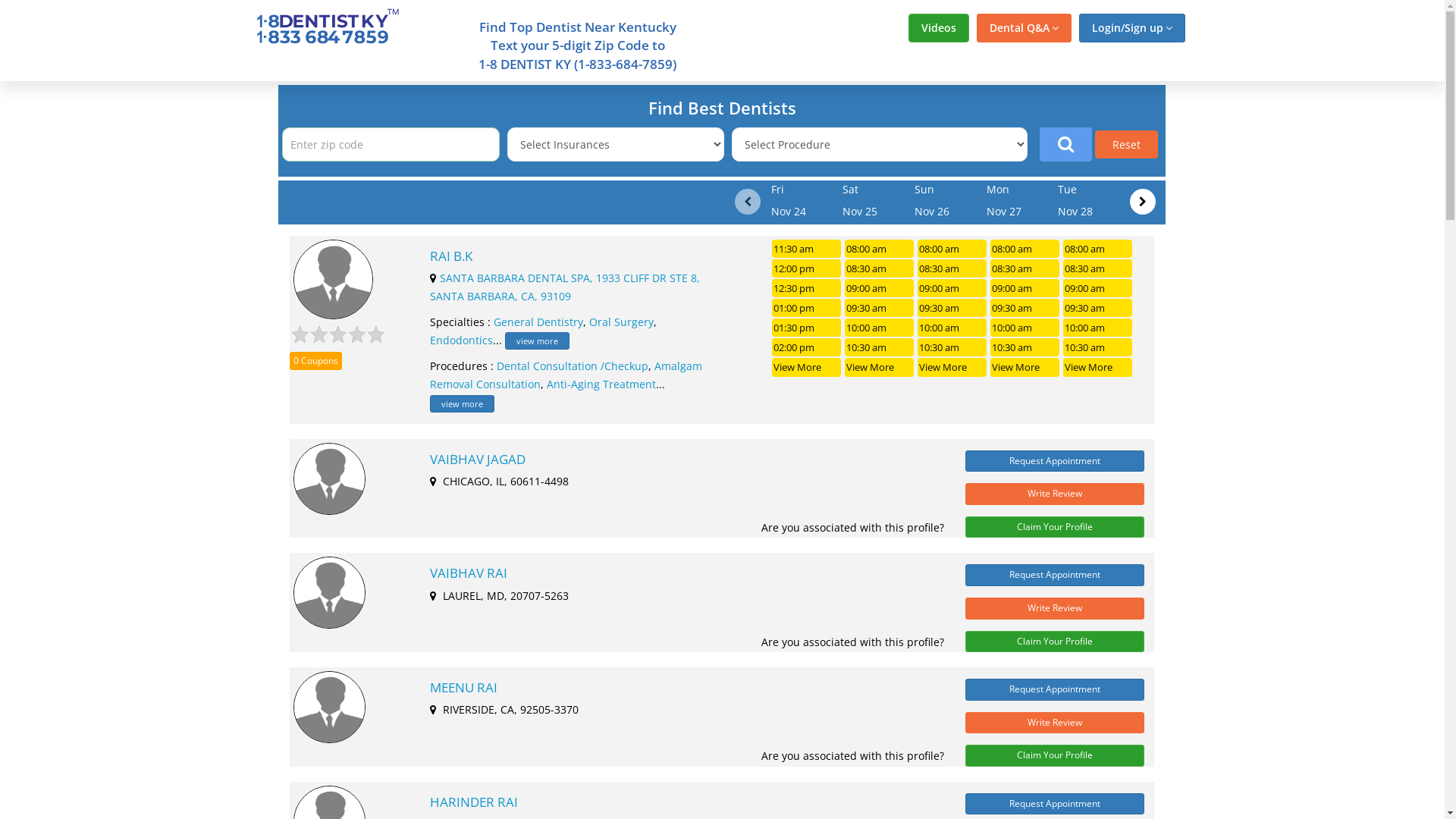 Image resolution: width=1456 pixels, height=819 pixels. Describe the element at coordinates (1024, 28) in the screenshot. I see `'Dental Q&A'` at that location.